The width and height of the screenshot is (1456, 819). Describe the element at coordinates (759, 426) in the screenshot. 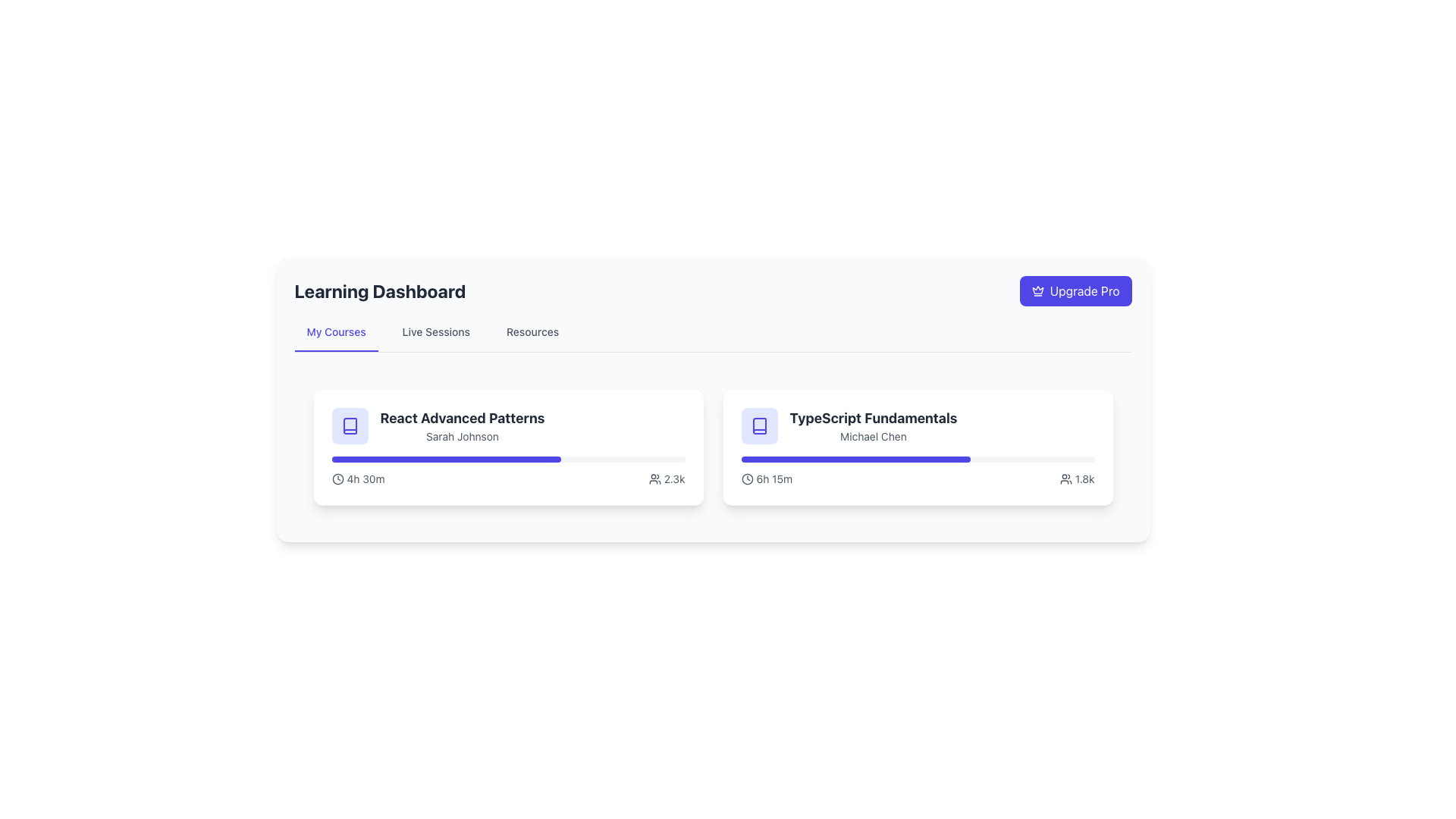

I see `the course type icon located at the top-left corner of the second card in the horizontal list of course information on the dashboard, directly above the course title 'TypeScript Fundamentals'` at that location.